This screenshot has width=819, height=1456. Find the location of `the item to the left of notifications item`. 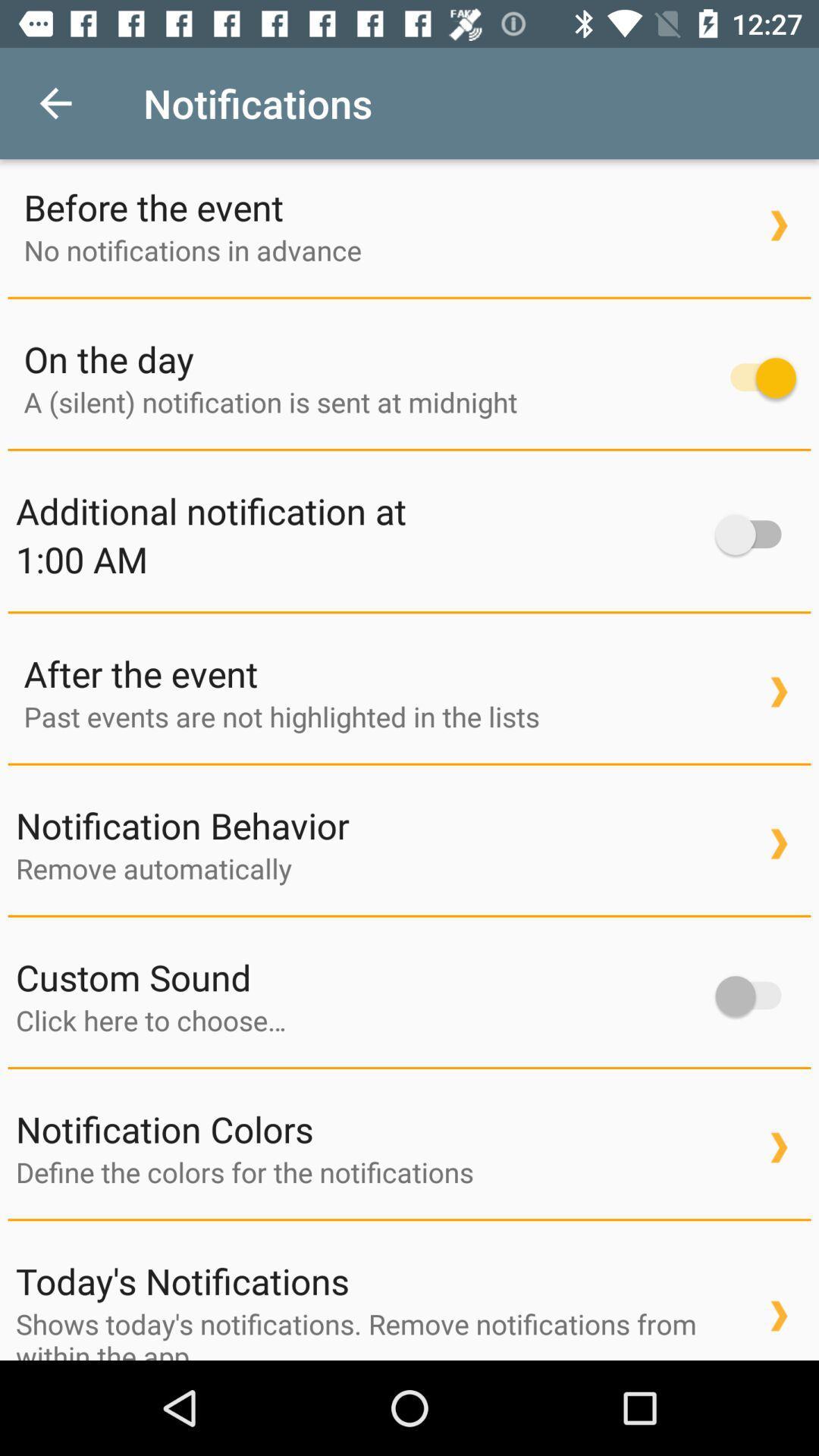

the item to the left of notifications item is located at coordinates (55, 102).